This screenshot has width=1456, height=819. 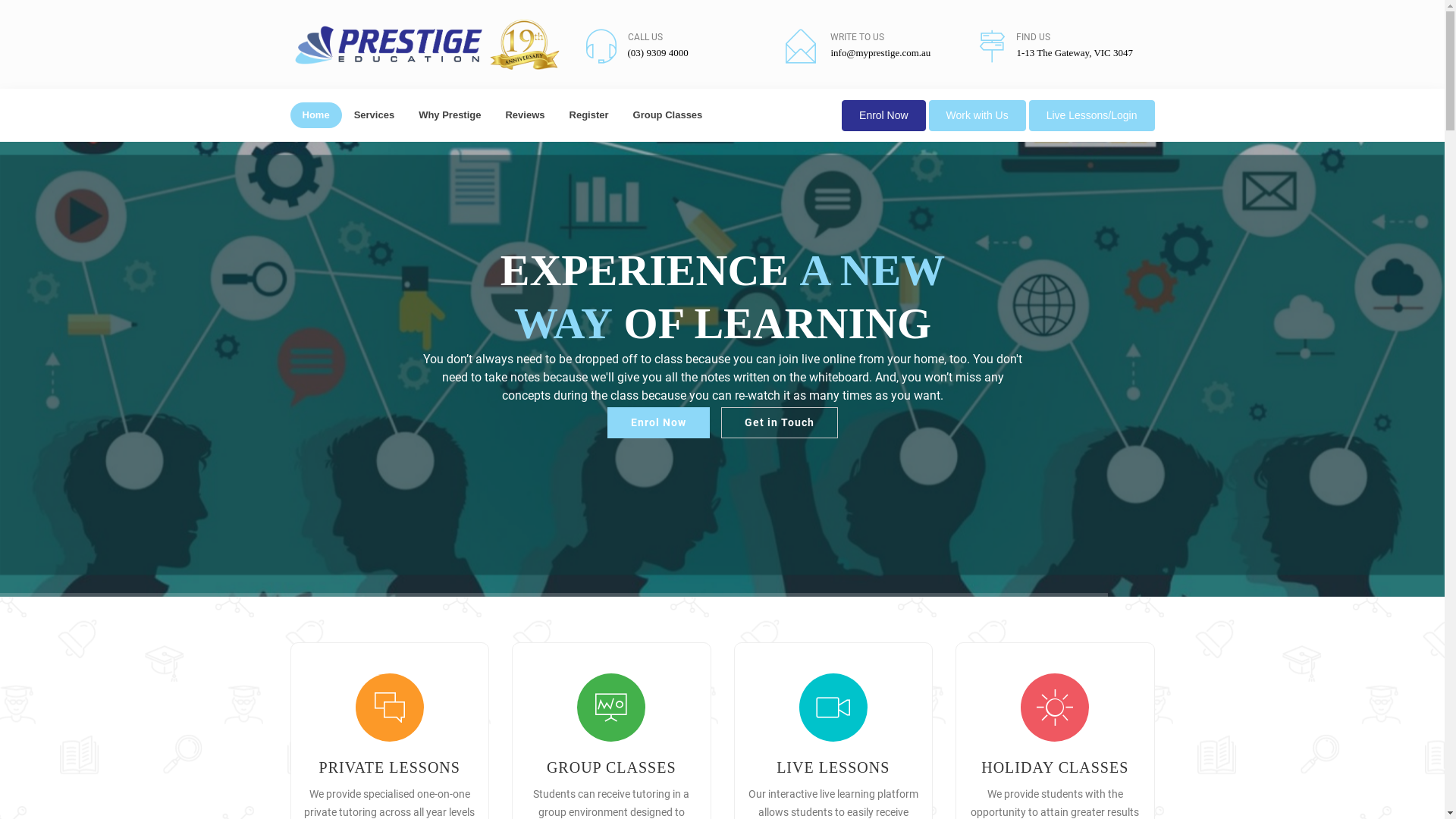 I want to click on 'CALL US', so click(x=645, y=36).